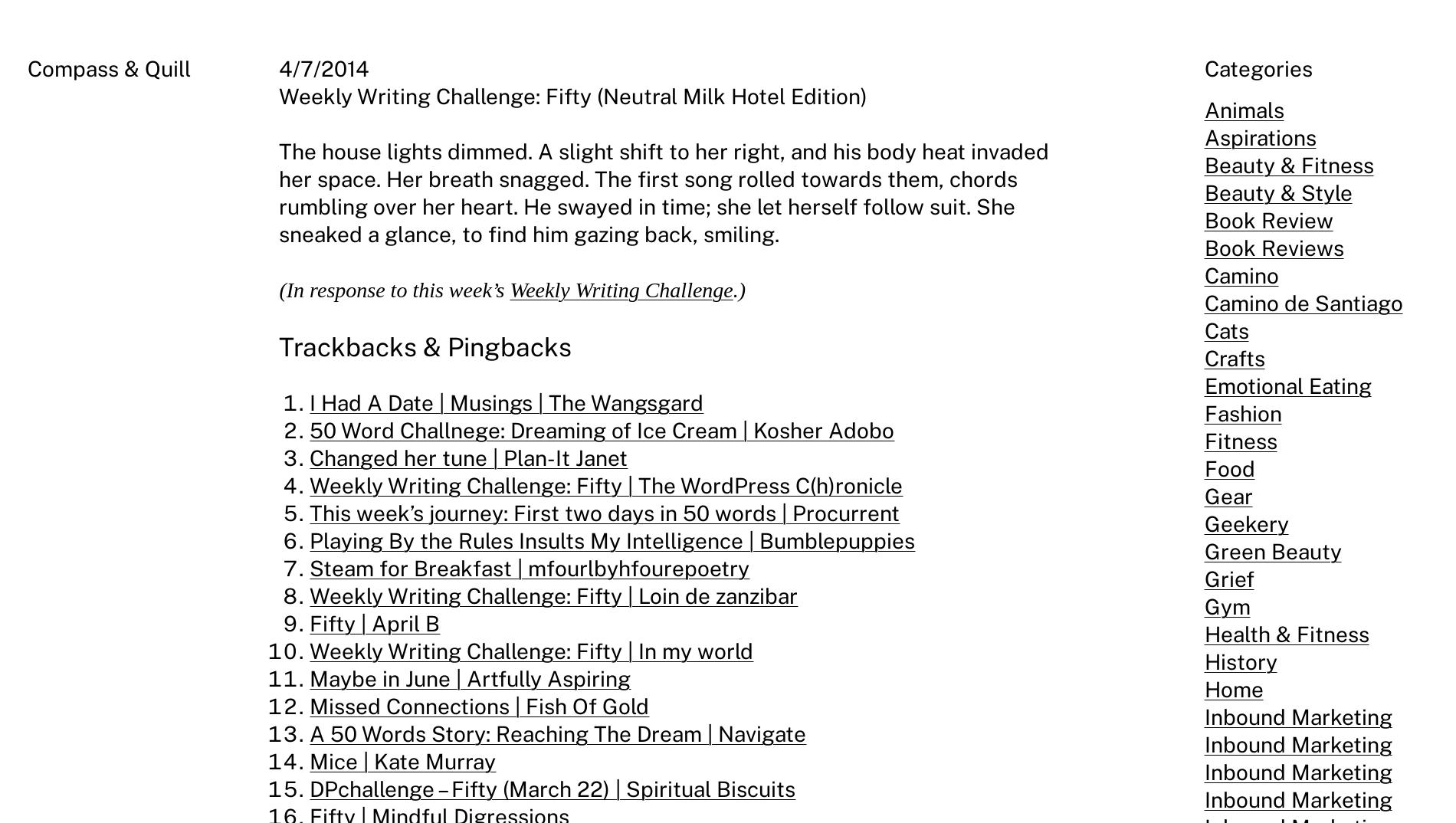 Image resolution: width=1456 pixels, height=823 pixels. What do you see at coordinates (611, 540) in the screenshot?
I see `'Playing By the Rules Insults My Intelligence | Bumblepuppies'` at bounding box center [611, 540].